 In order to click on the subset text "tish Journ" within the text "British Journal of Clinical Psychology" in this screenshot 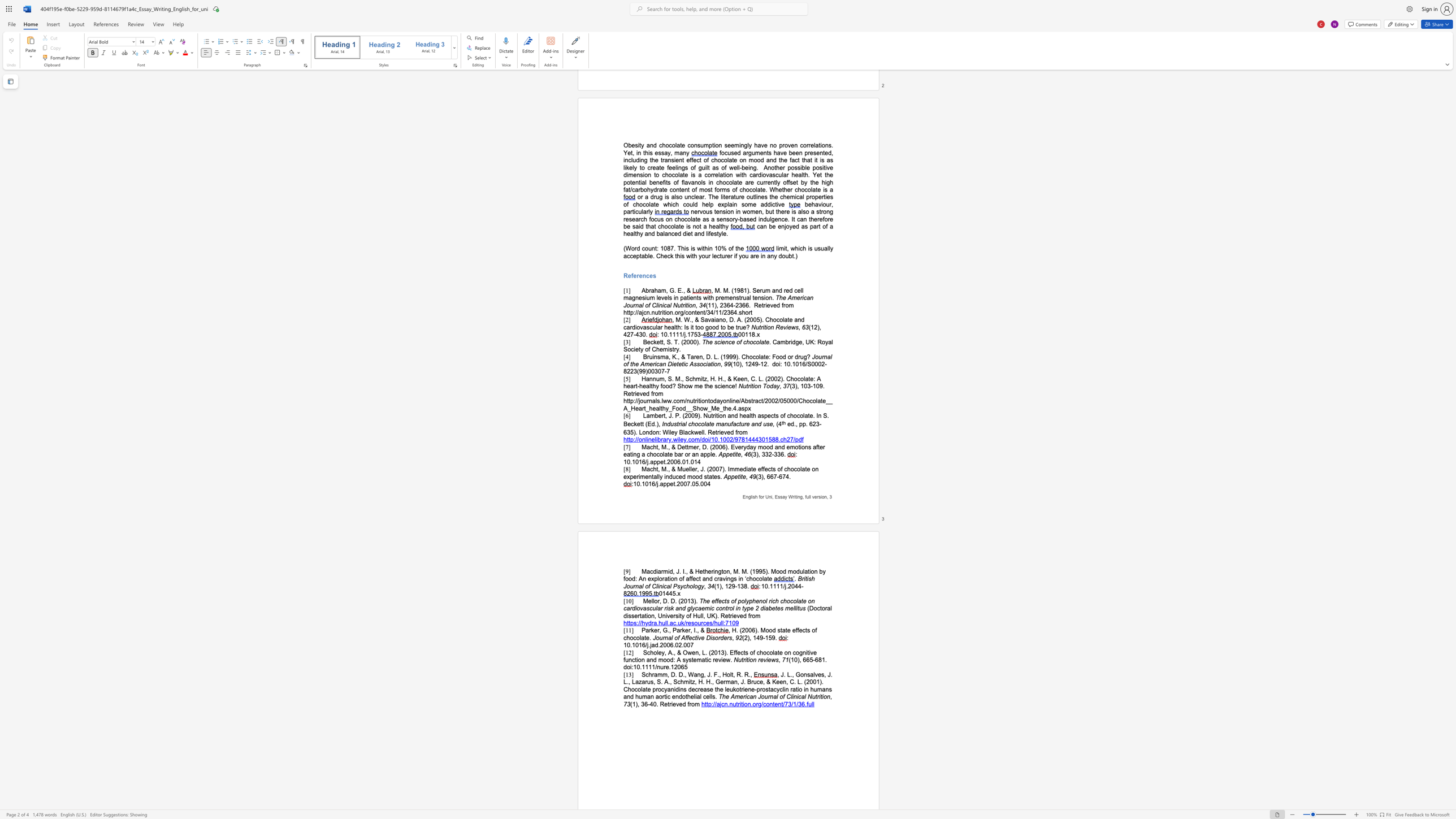, I will do `click(805, 578)`.